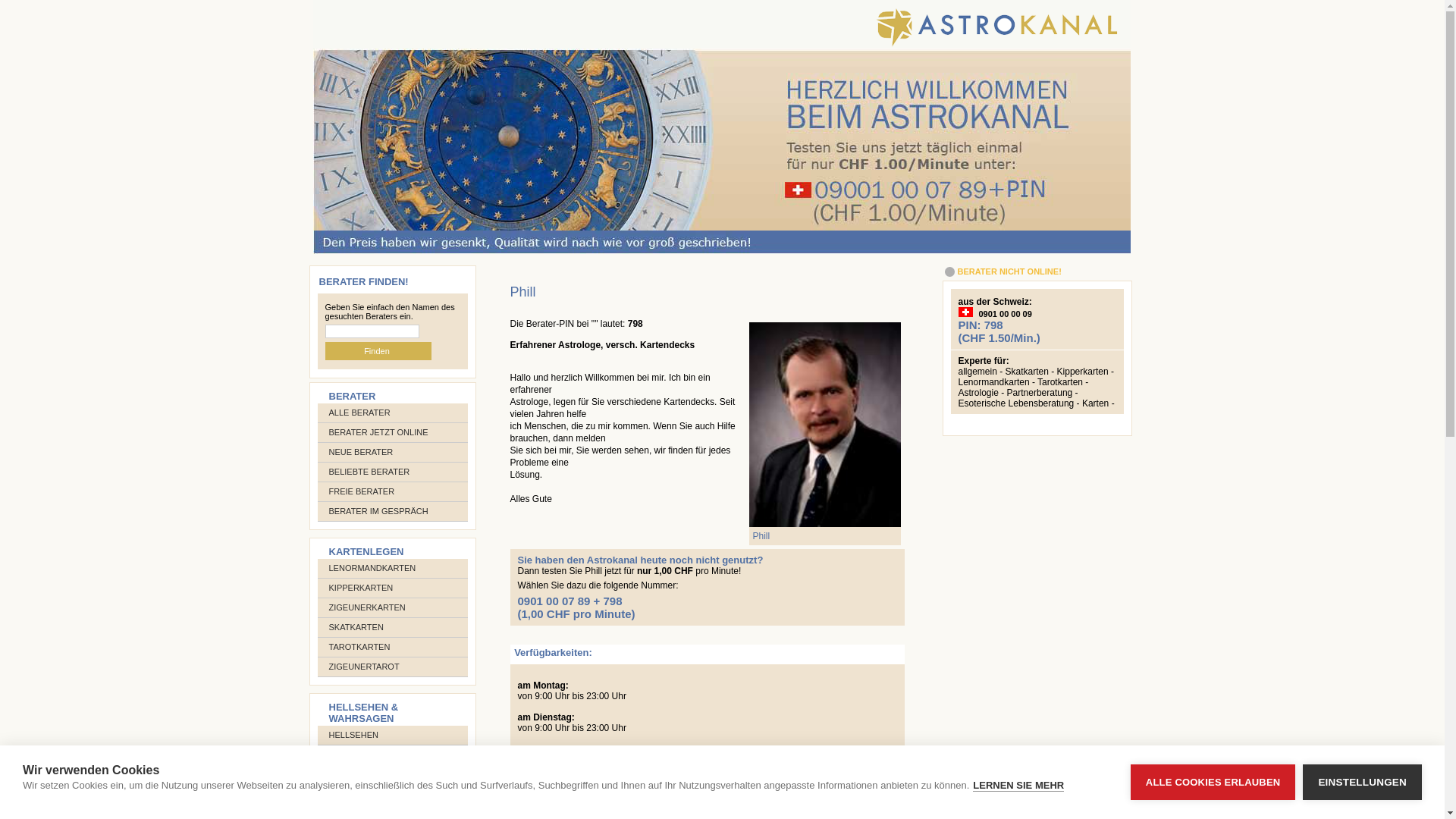 Image resolution: width=1456 pixels, height=819 pixels. Describe the element at coordinates (345, 812) in the screenshot. I see `'PENDEL'` at that location.